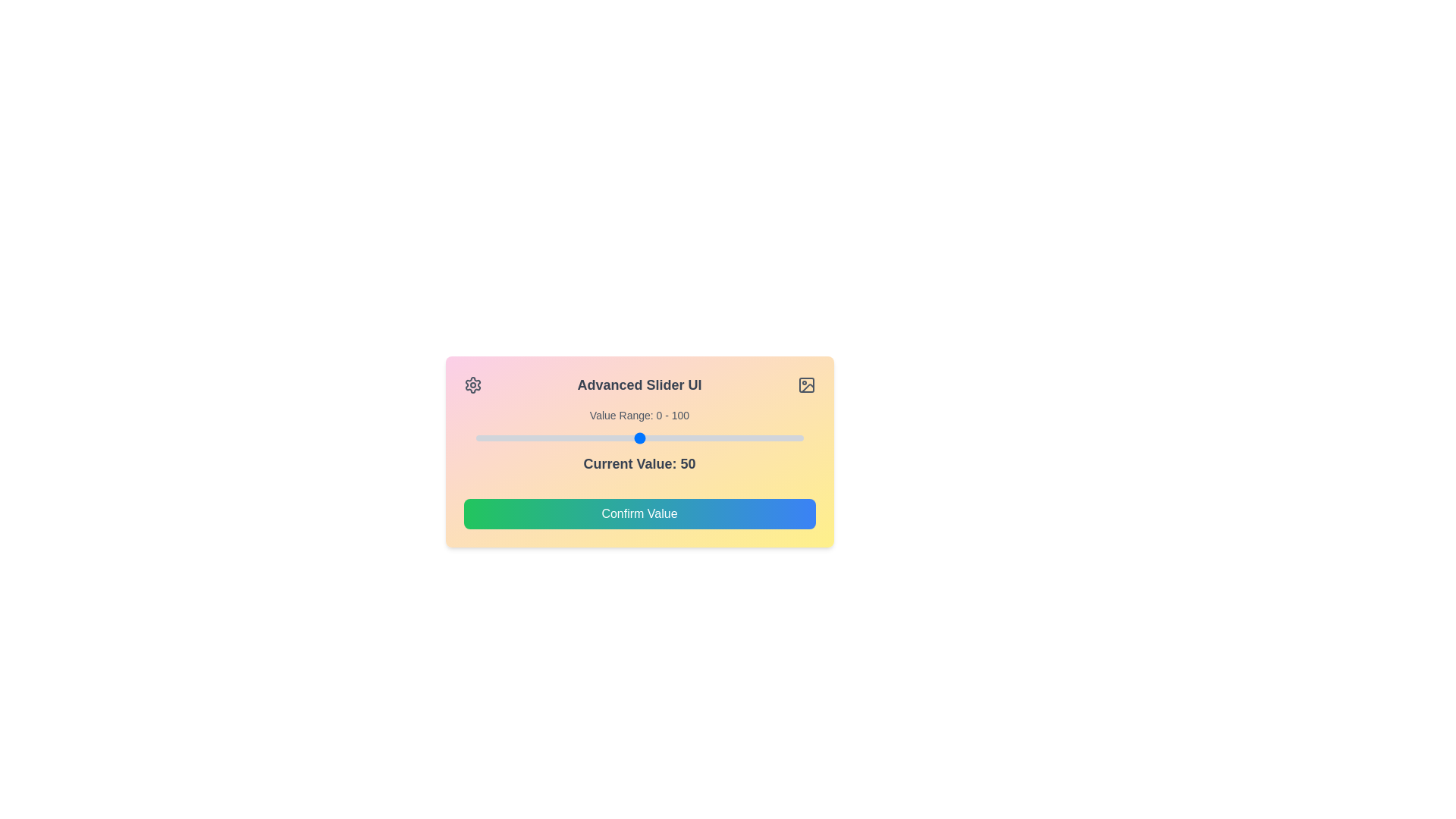  What do you see at coordinates (515, 438) in the screenshot?
I see `the slider to set its value to 12` at bounding box center [515, 438].